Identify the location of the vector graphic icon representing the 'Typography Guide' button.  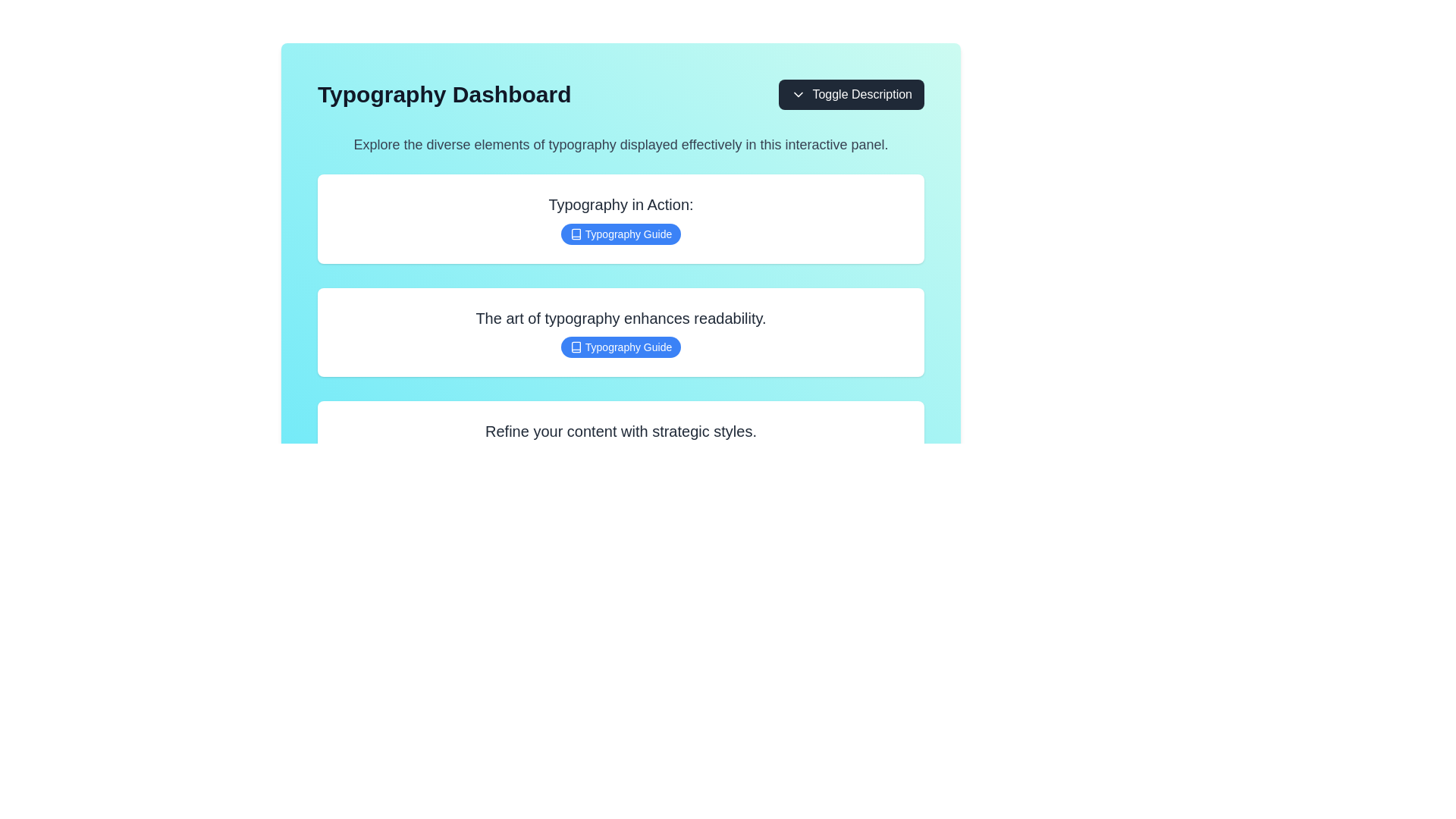
(575, 234).